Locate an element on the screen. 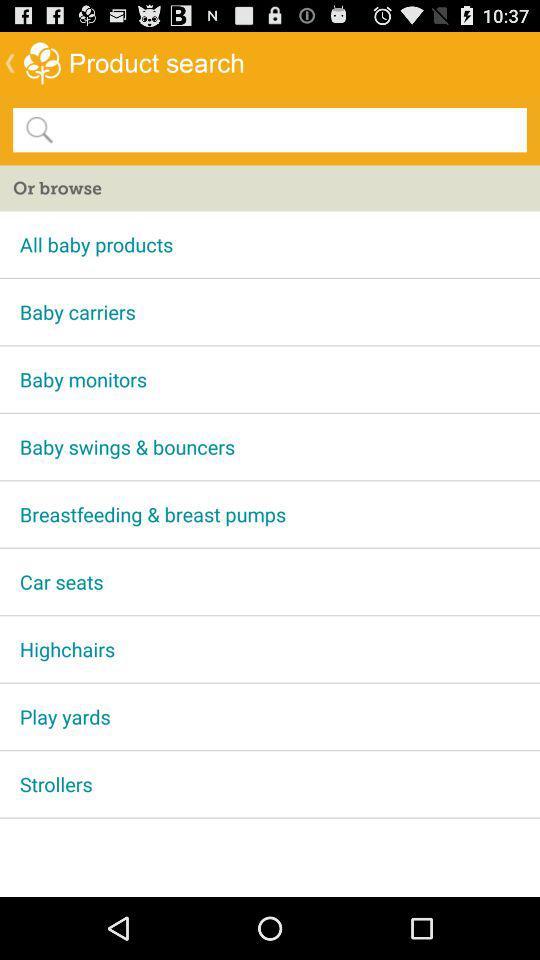 This screenshot has height=960, width=540. the strollers icon is located at coordinates (270, 784).